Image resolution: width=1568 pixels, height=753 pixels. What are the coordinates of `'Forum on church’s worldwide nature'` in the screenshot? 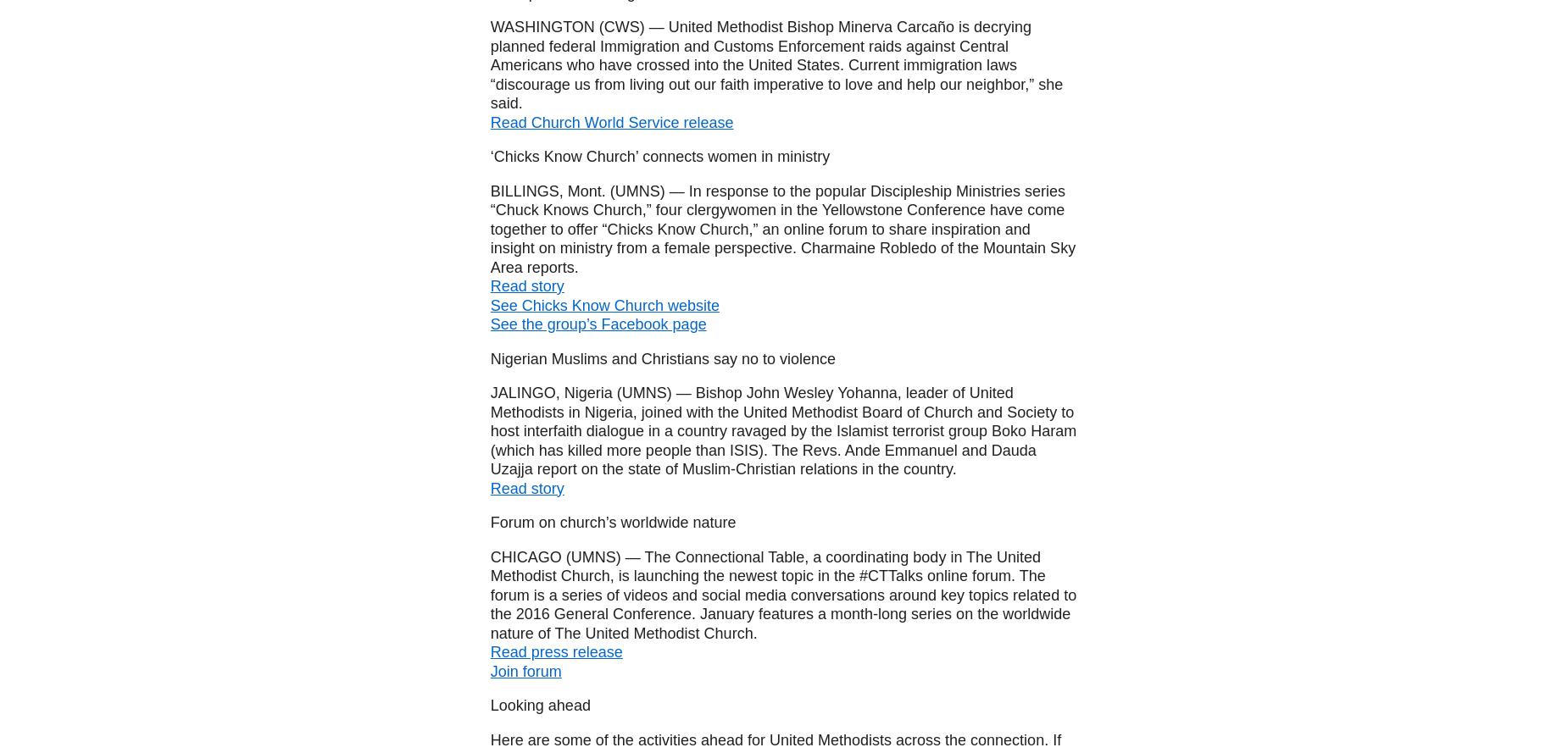 It's located at (612, 521).